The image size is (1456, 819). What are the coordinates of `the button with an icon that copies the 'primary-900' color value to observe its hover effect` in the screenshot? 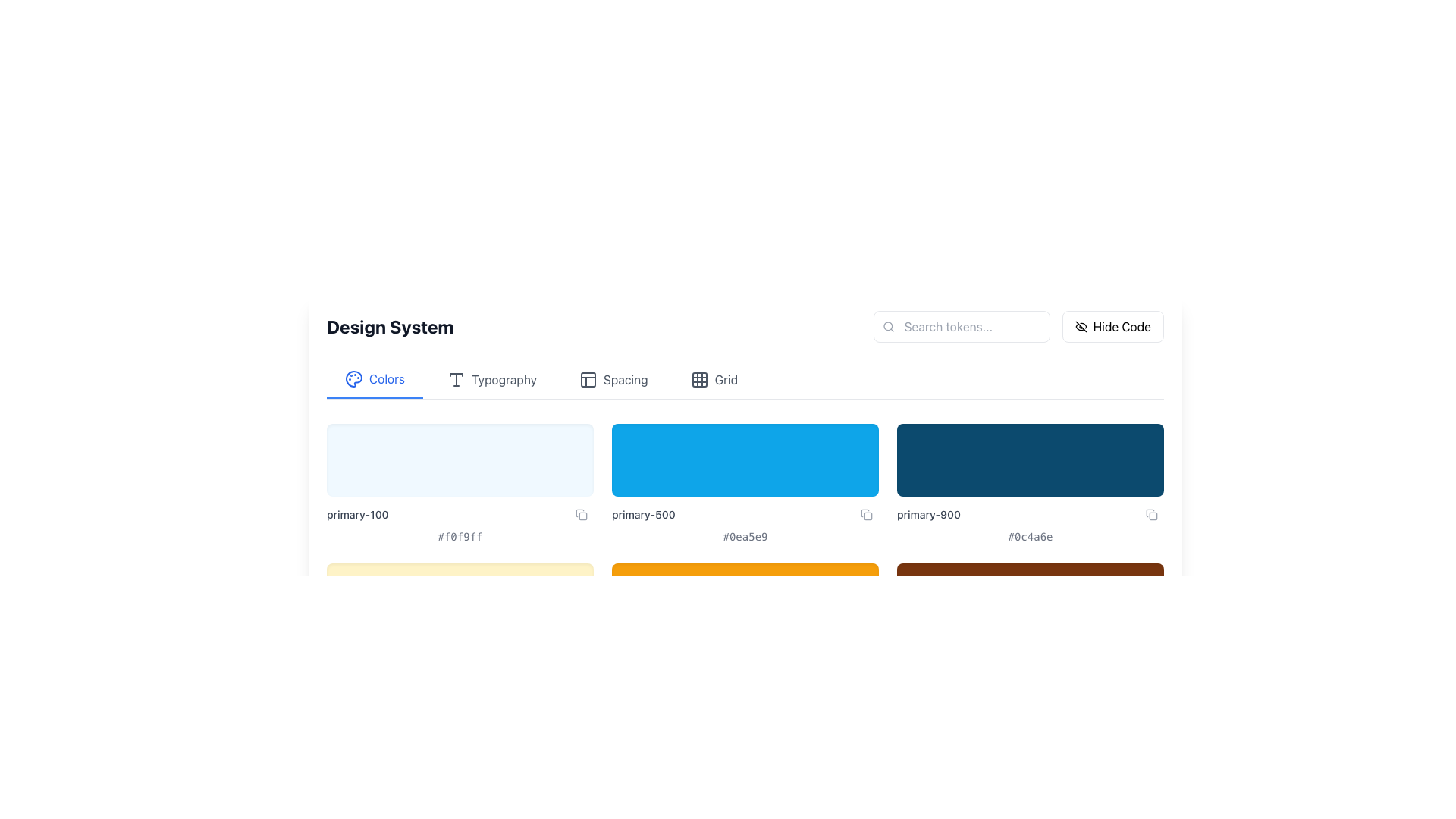 It's located at (1151, 513).